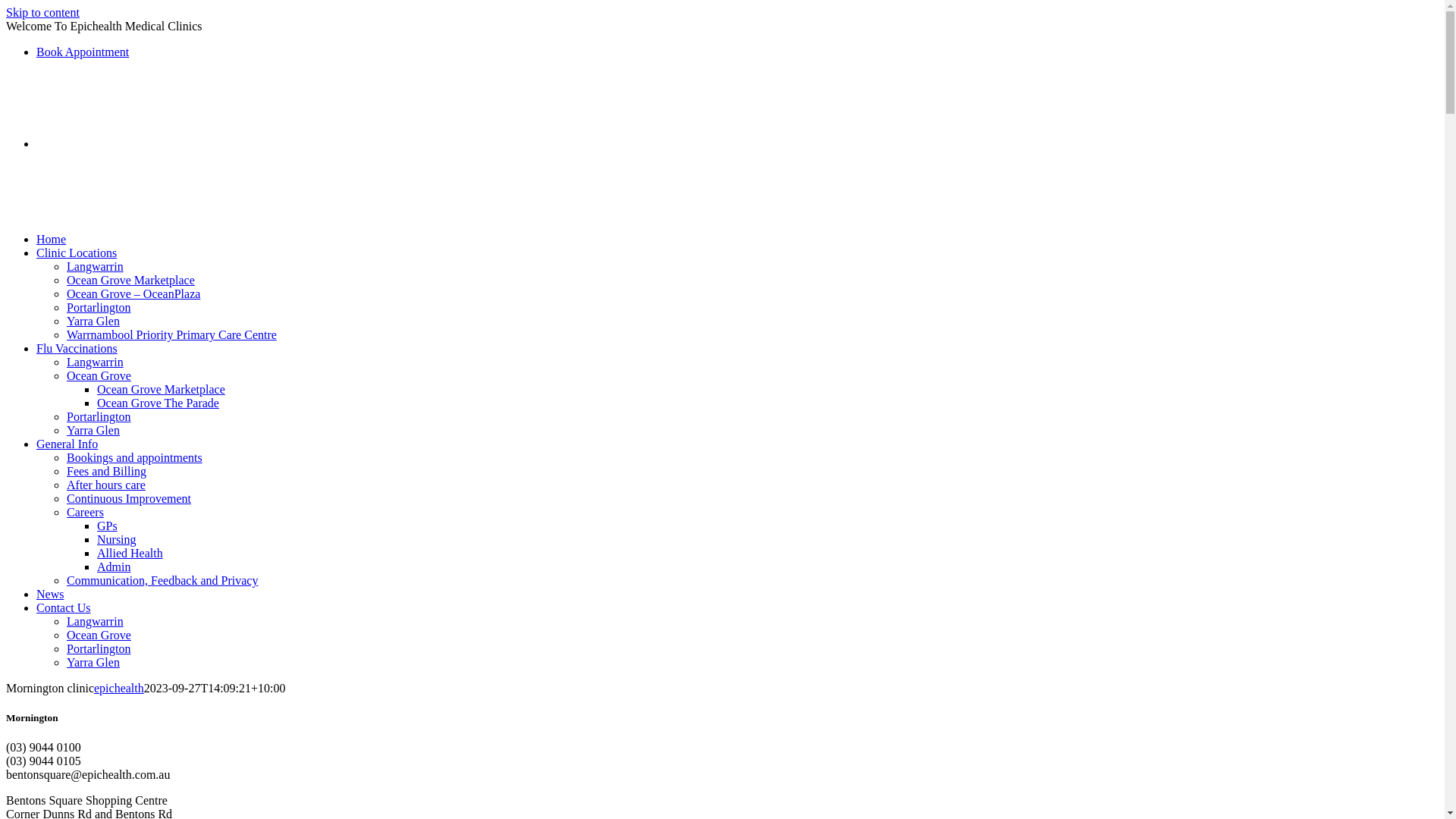 The width and height of the screenshot is (1456, 819). What do you see at coordinates (112, 566) in the screenshot?
I see `'Admin'` at bounding box center [112, 566].